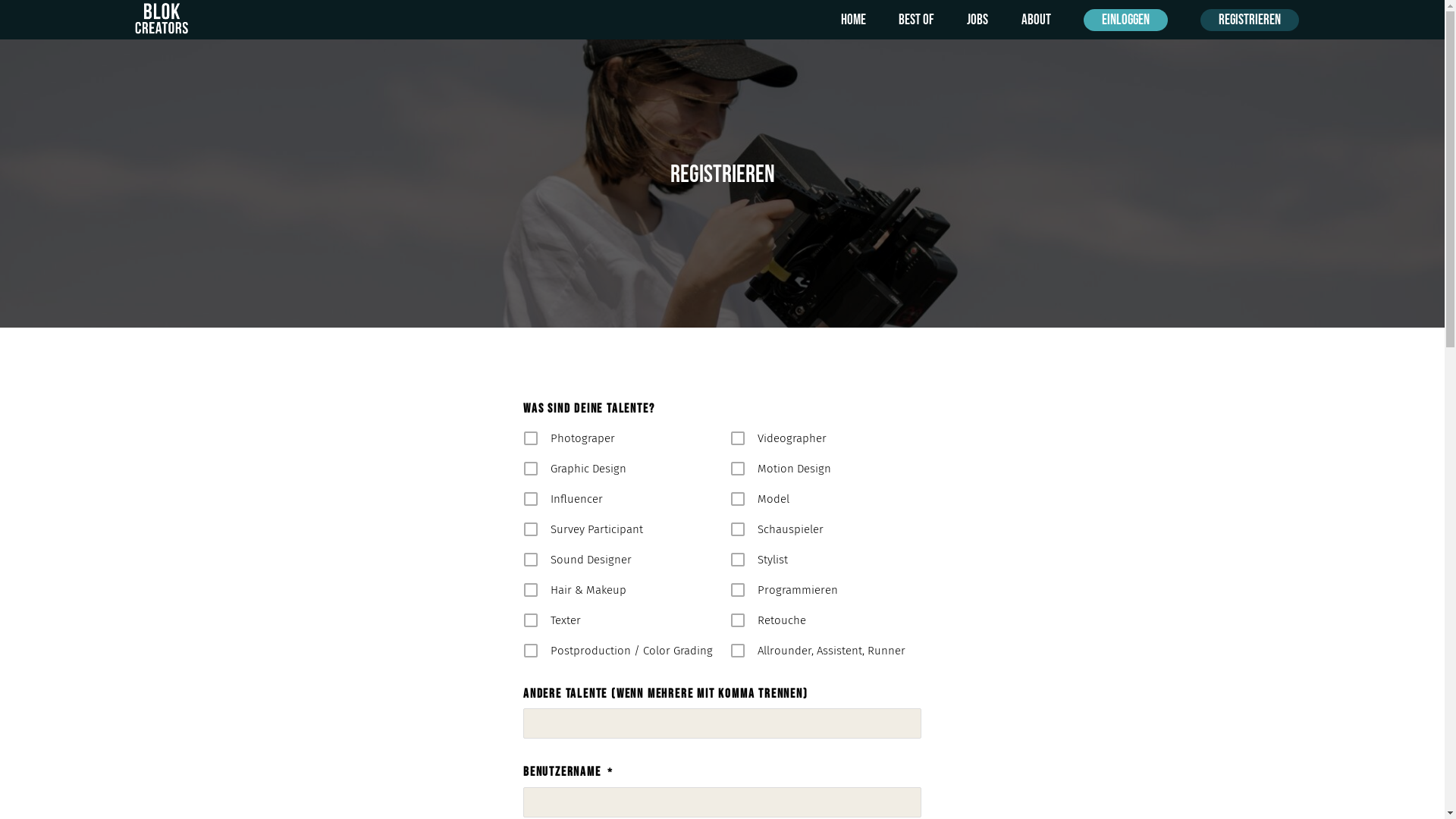 Image resolution: width=1456 pixels, height=819 pixels. What do you see at coordinates (977, 20) in the screenshot?
I see `'Jobs'` at bounding box center [977, 20].